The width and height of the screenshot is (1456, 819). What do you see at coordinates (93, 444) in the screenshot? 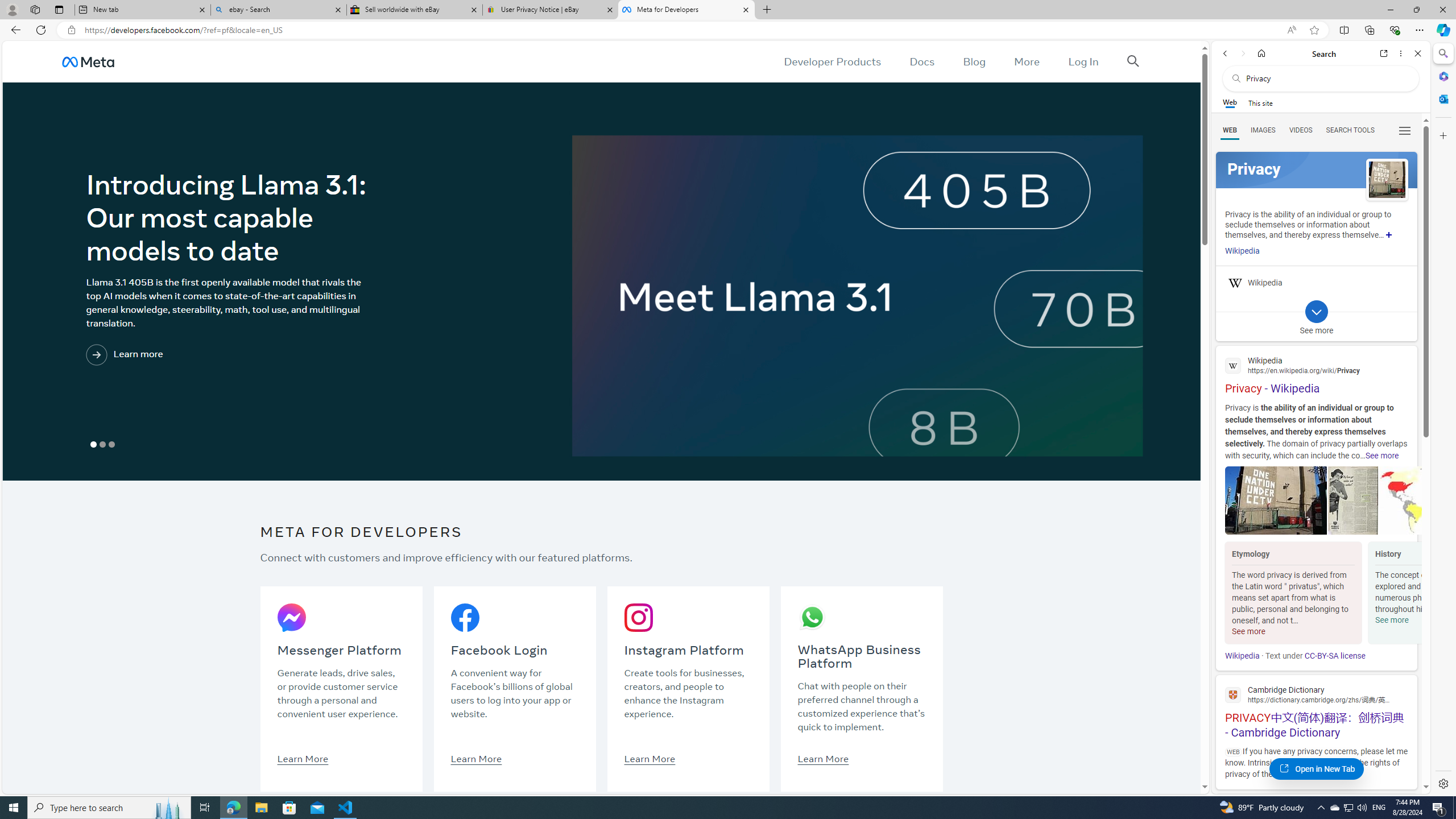
I see `'Show Slide 1'` at bounding box center [93, 444].